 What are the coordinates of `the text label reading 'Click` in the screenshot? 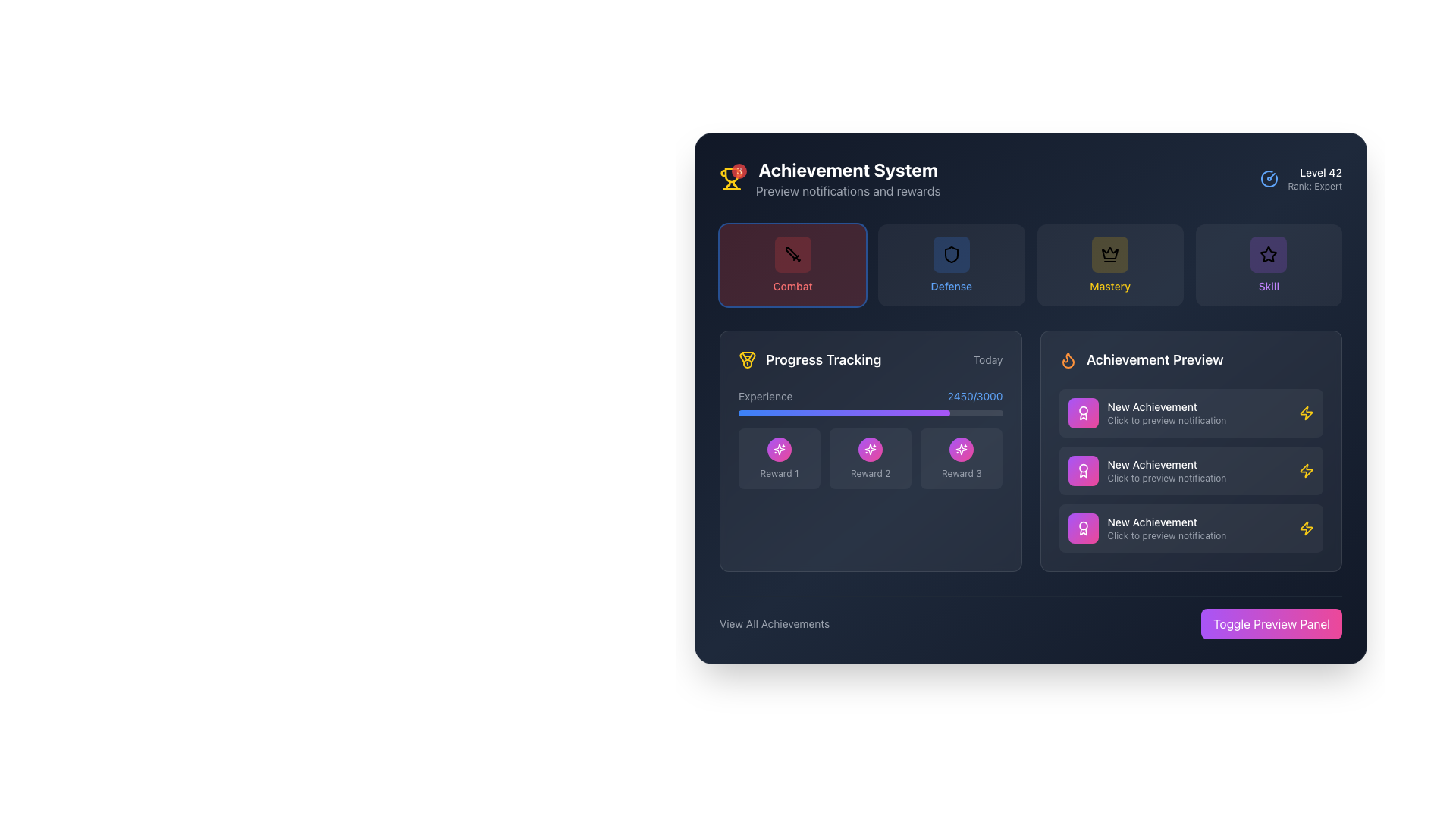 It's located at (1197, 535).